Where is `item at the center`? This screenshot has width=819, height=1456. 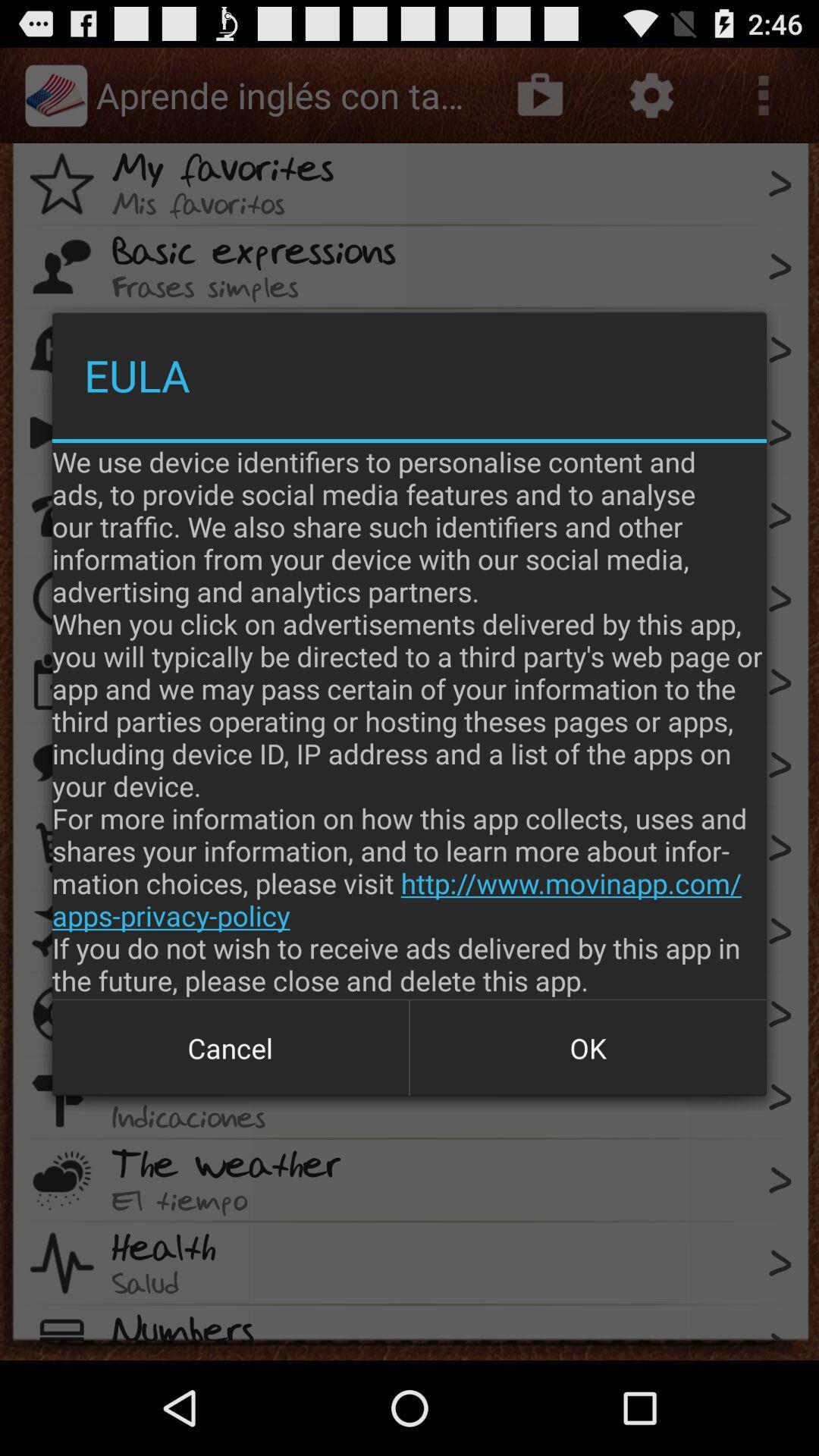 item at the center is located at coordinates (409, 720).